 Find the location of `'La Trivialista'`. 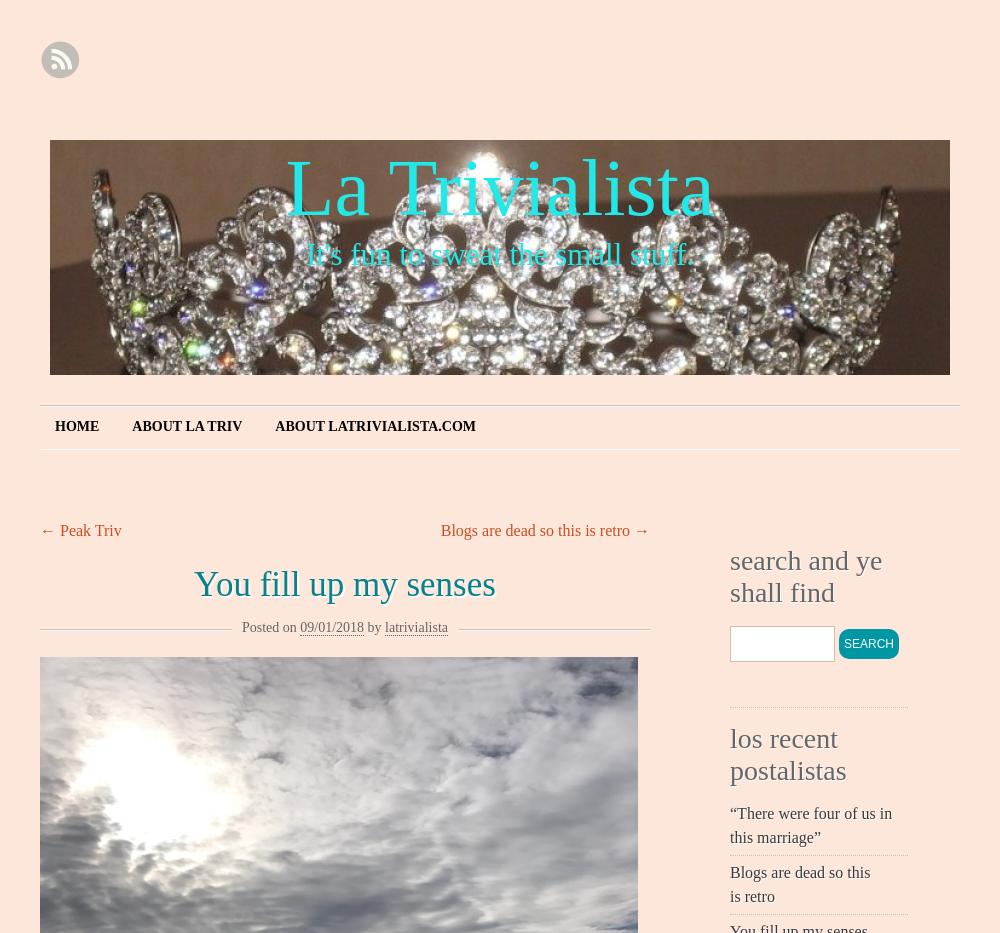

'La Trivialista' is located at coordinates (498, 187).